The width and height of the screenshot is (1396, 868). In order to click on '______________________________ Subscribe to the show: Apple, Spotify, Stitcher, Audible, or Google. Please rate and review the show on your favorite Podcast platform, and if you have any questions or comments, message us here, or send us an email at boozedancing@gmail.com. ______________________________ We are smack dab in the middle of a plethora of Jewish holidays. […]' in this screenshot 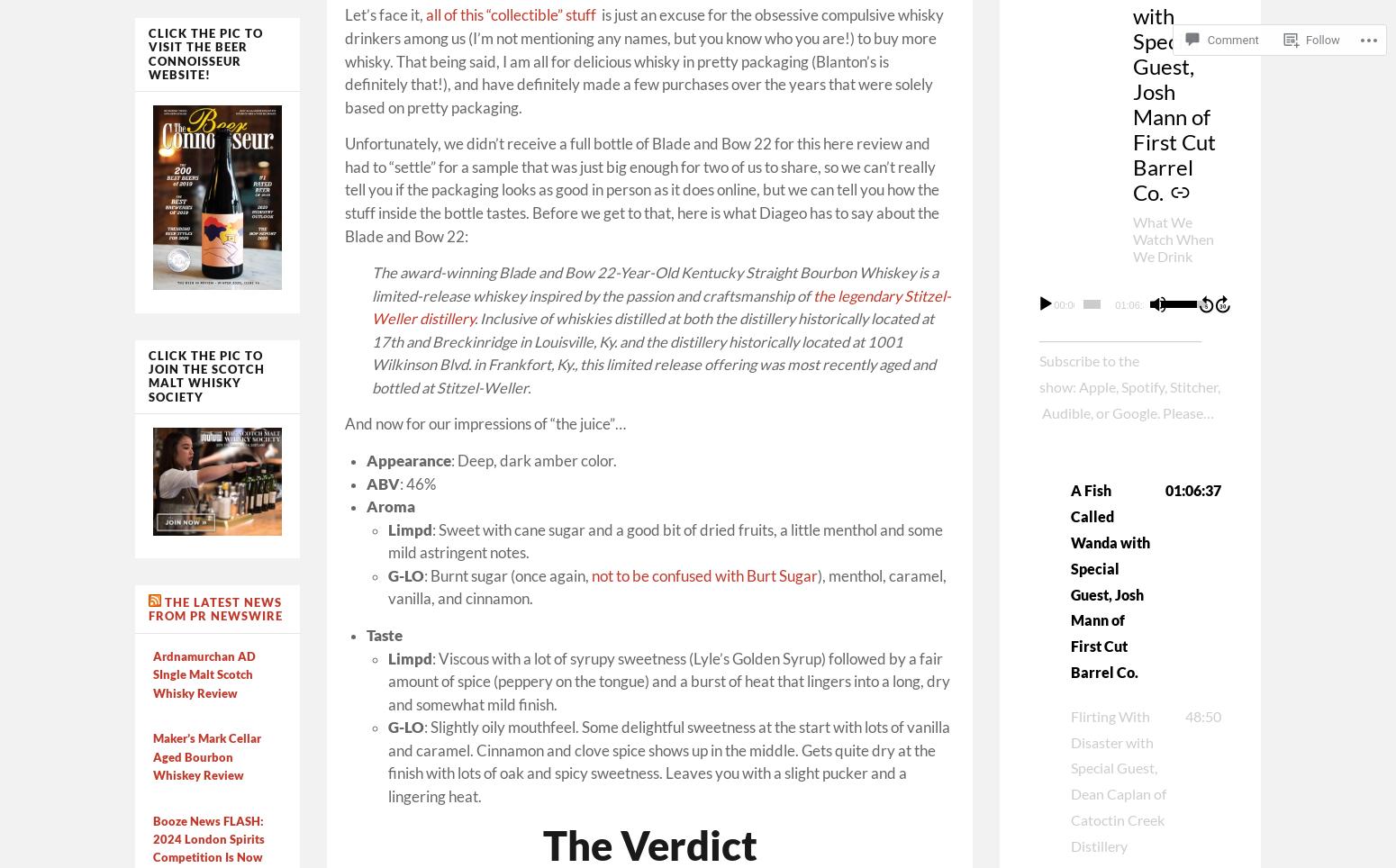, I will do `click(1128, 515)`.